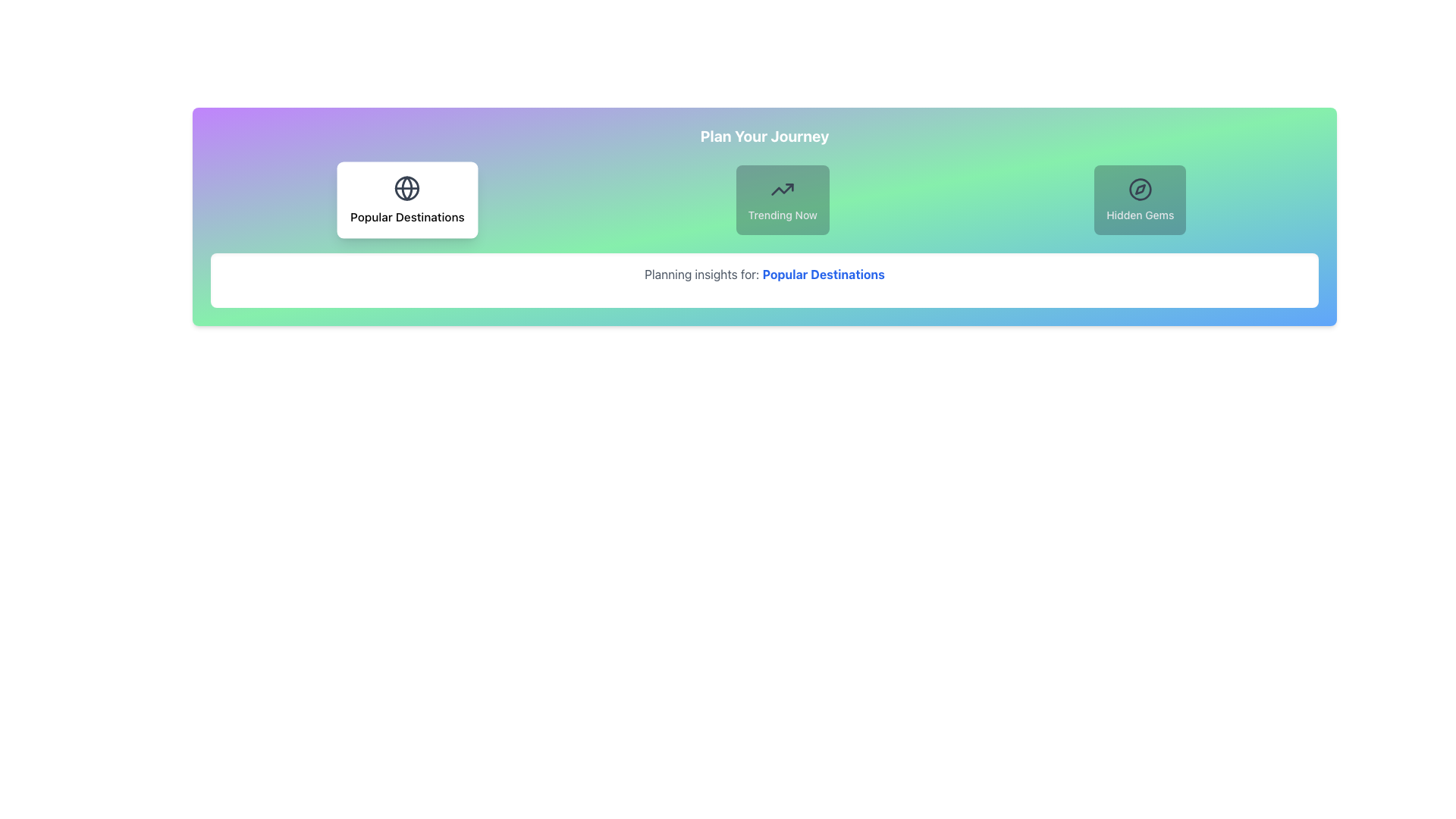  Describe the element at coordinates (783, 199) in the screenshot. I see `the 'Trending Now' button located under the 'Plan Your Journey' group` at that location.